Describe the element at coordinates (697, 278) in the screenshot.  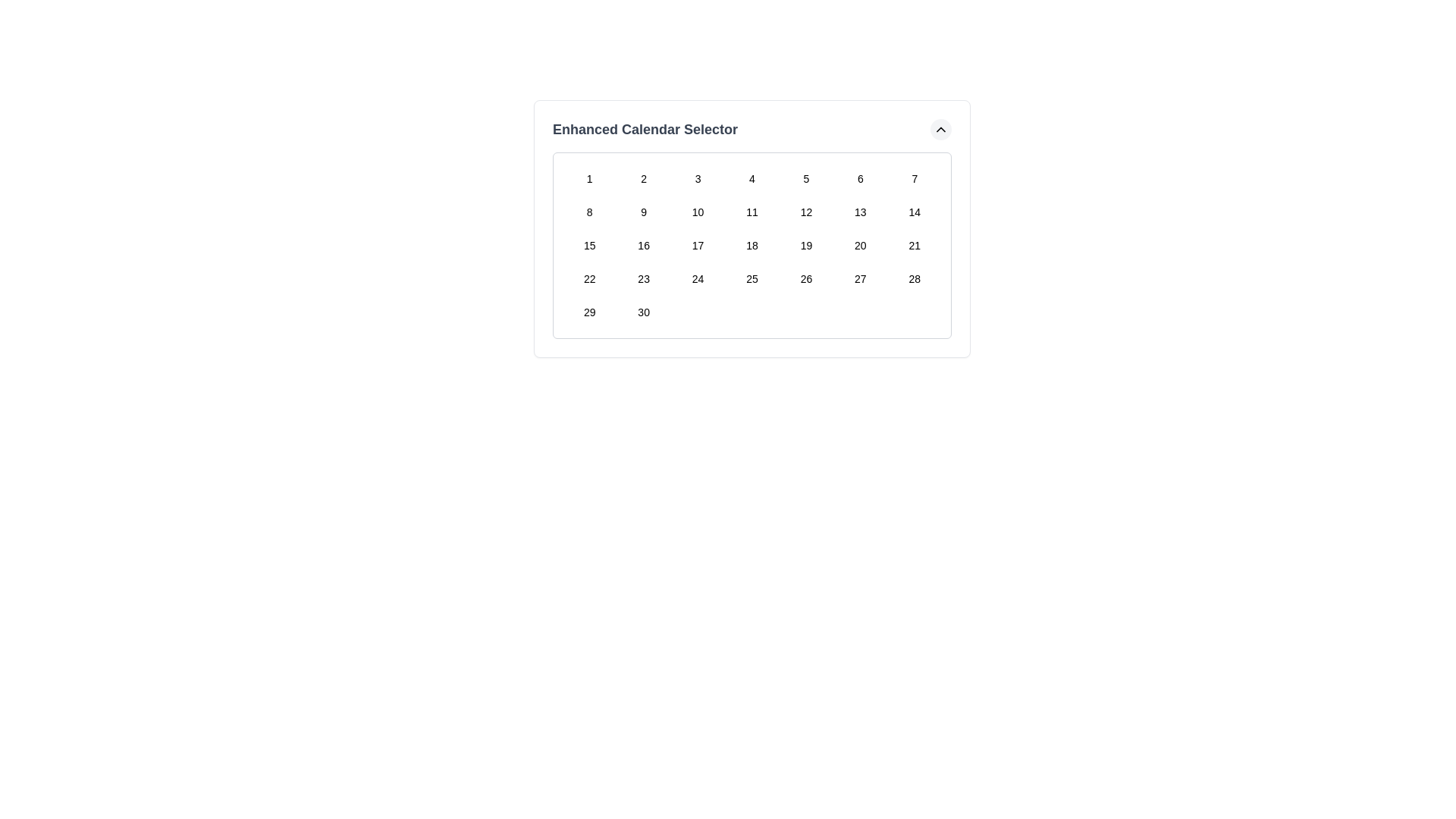
I see `the button that allows the user to select the 24th day in the calendar interface, located in the fourth row and third column of the 7-column grid` at that location.